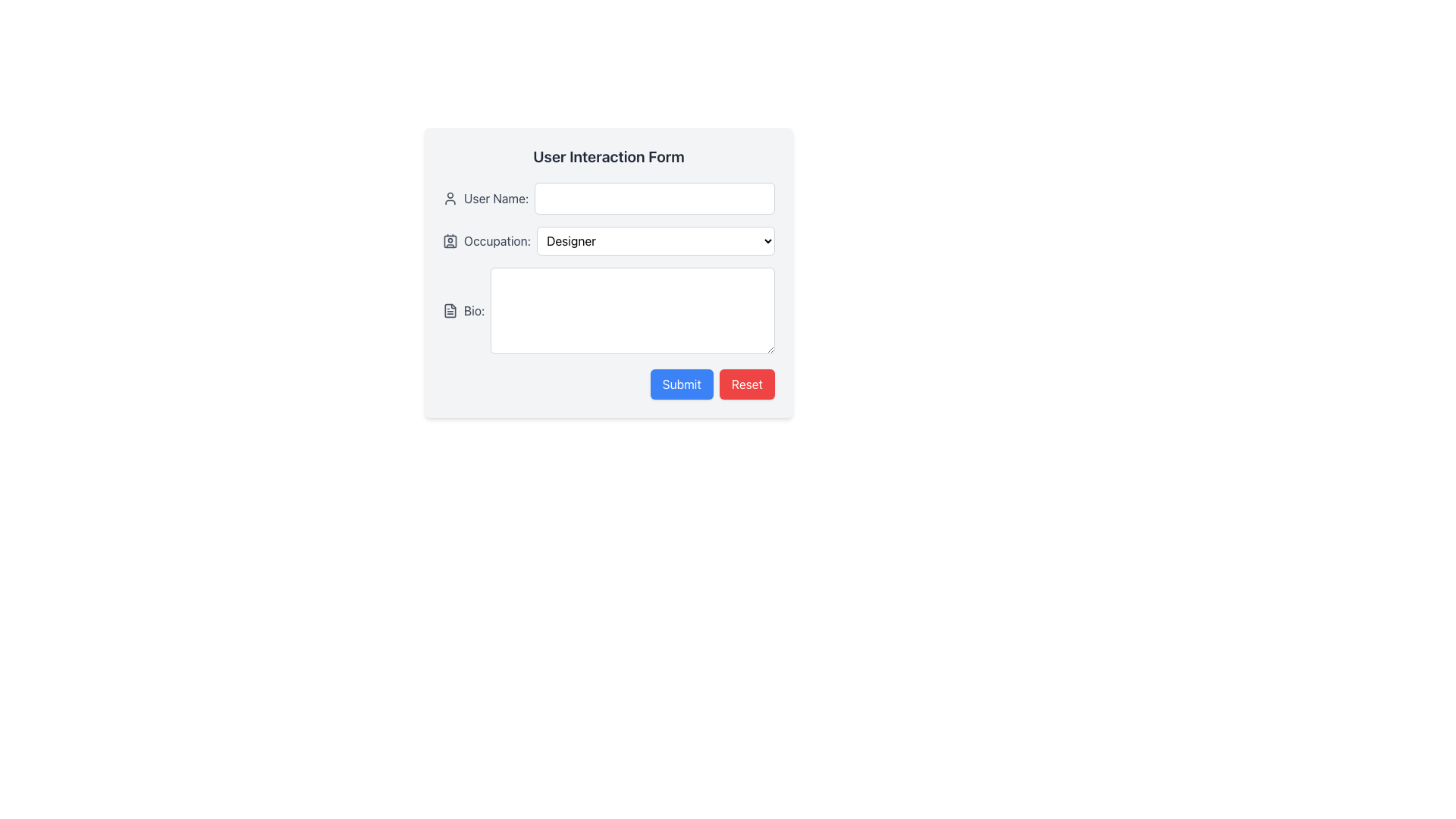 This screenshot has width=1456, height=819. Describe the element at coordinates (608, 240) in the screenshot. I see `the dropdown menu for occupation selection located in the second row of the user form` at that location.